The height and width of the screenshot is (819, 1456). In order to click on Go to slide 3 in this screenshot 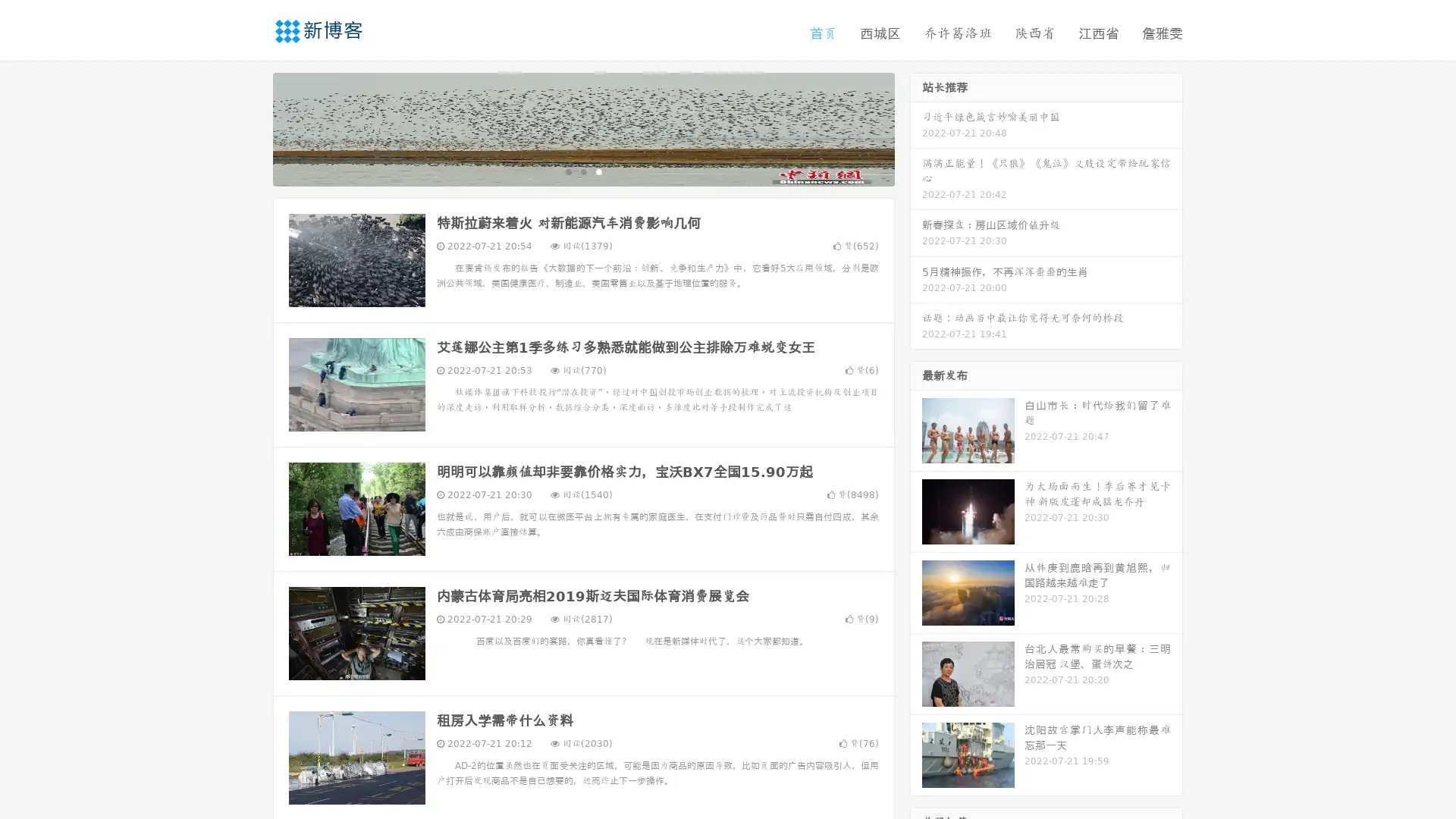, I will do `click(598, 171)`.